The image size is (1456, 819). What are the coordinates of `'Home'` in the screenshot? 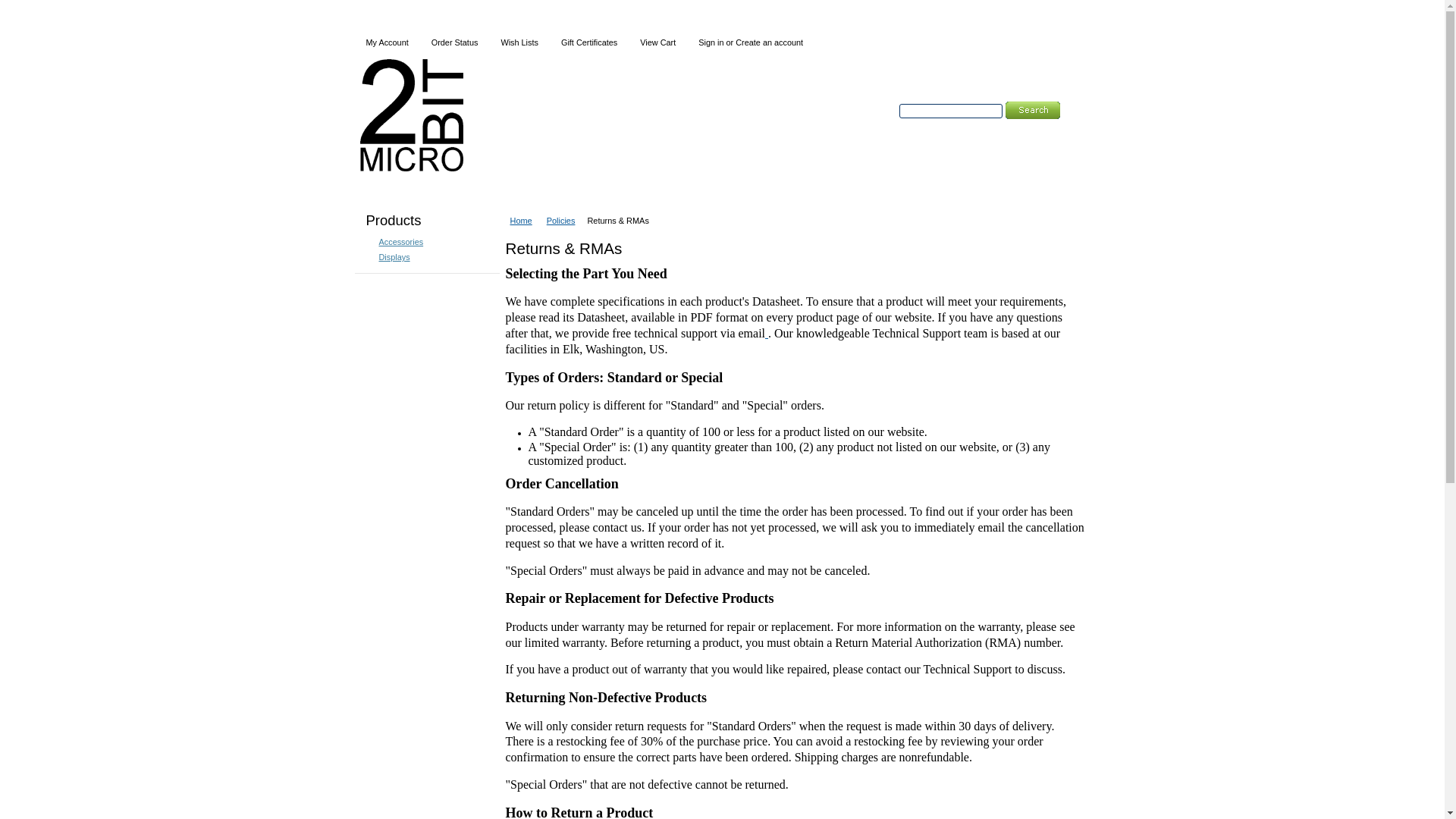 It's located at (524, 220).